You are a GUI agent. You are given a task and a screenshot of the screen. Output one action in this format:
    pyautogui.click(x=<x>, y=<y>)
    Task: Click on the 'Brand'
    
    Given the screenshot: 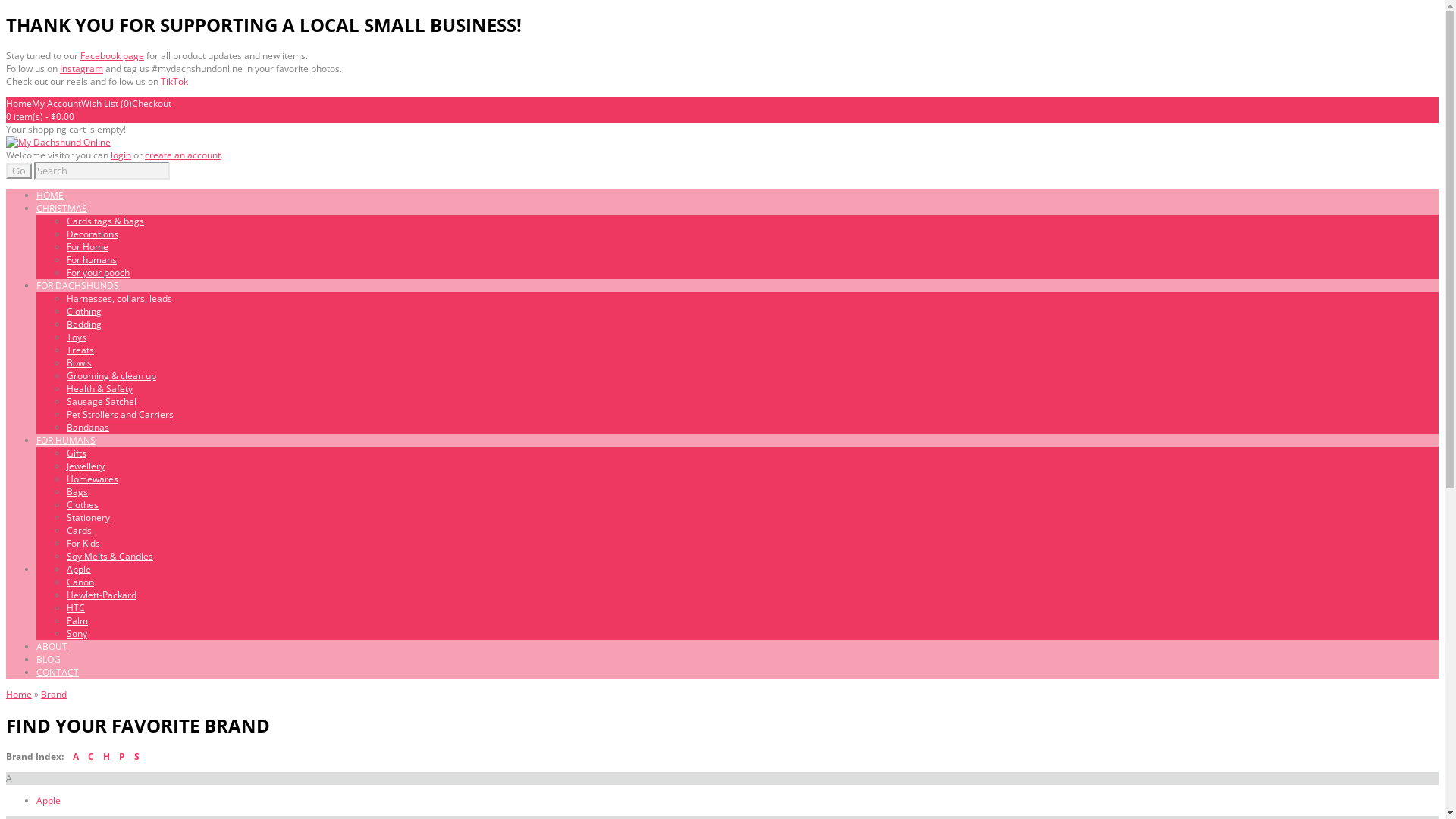 What is the action you would take?
    pyautogui.click(x=54, y=694)
    